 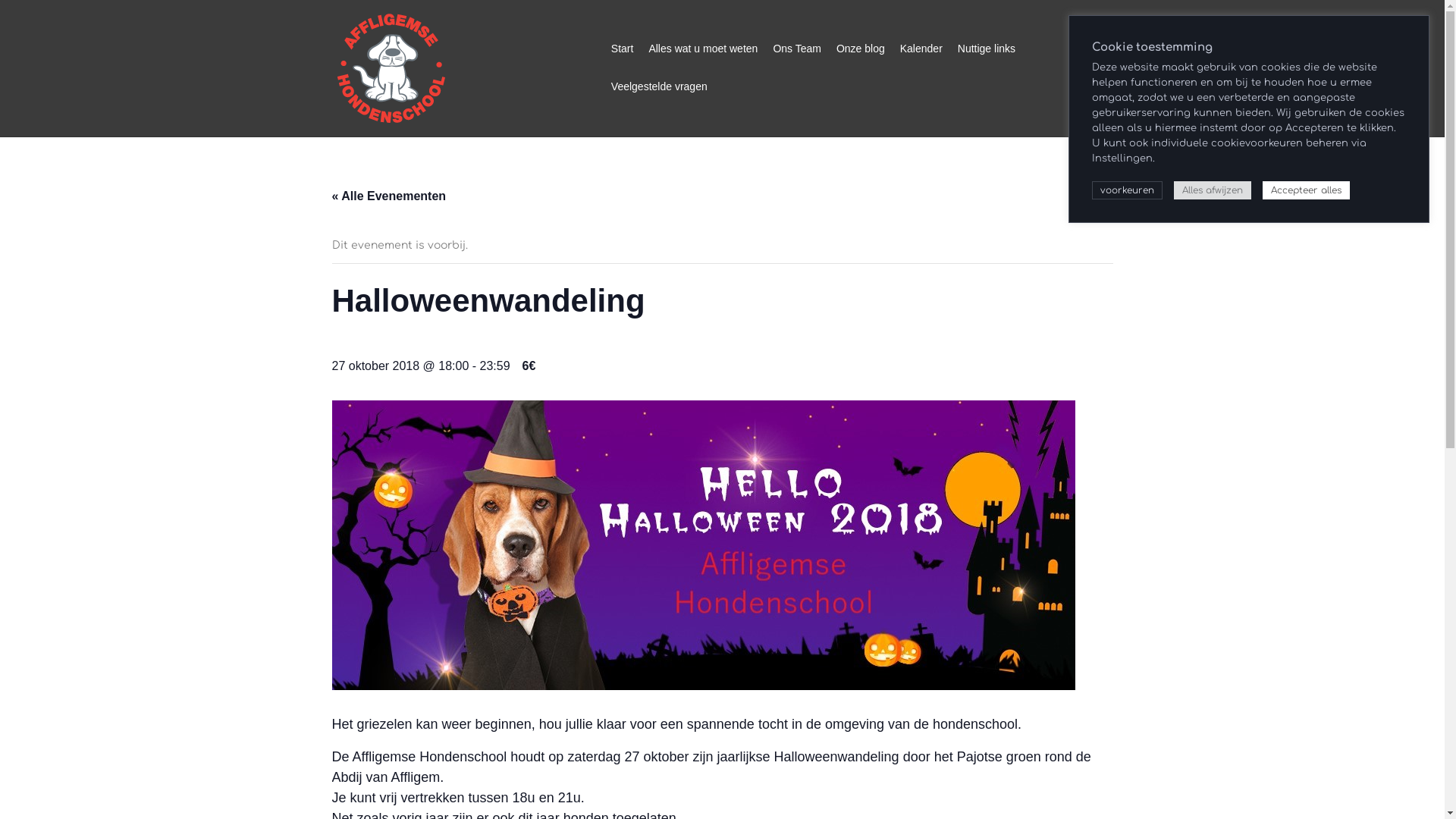 I want to click on 'Alles wat u moet weten', so click(x=701, y=49).